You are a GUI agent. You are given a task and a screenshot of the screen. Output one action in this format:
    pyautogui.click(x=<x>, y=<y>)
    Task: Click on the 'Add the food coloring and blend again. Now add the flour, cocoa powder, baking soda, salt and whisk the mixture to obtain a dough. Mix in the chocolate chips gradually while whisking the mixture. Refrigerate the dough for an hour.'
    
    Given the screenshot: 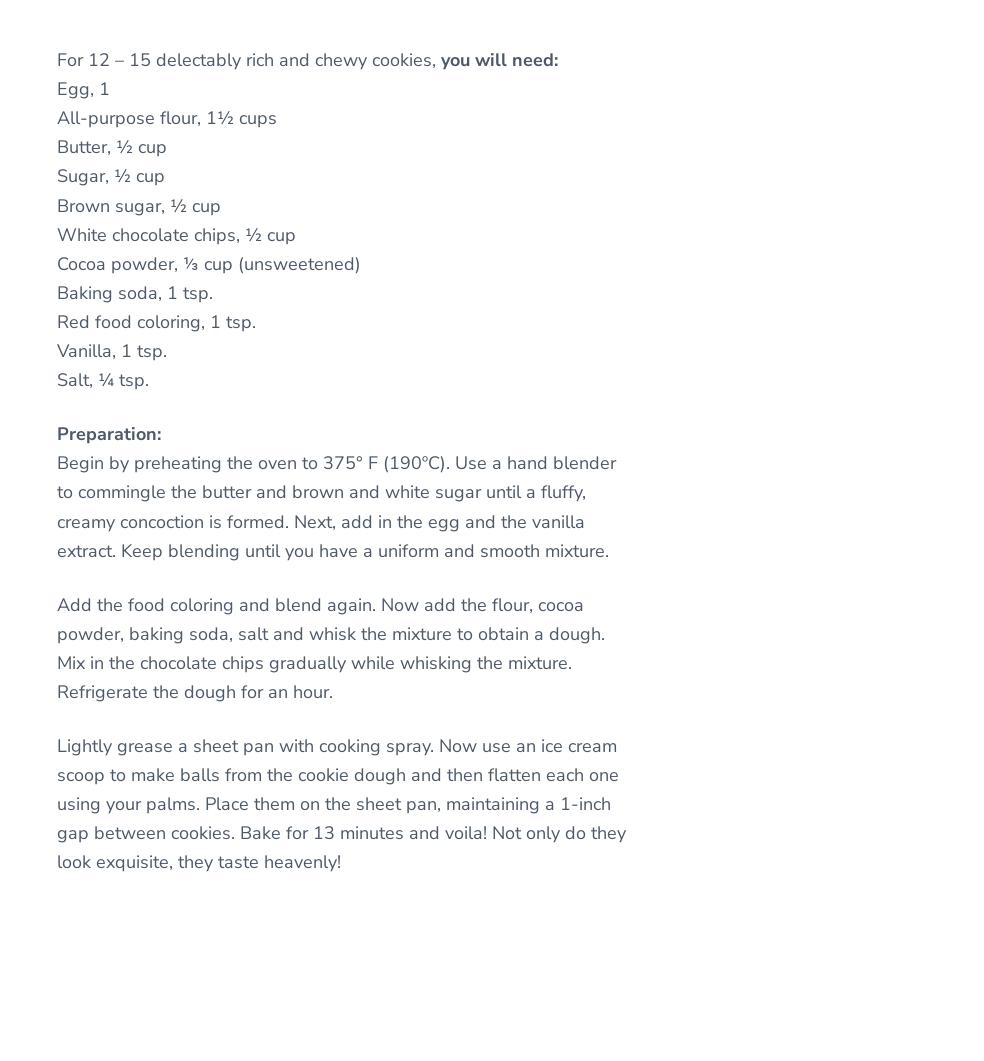 What is the action you would take?
    pyautogui.click(x=55, y=646)
    